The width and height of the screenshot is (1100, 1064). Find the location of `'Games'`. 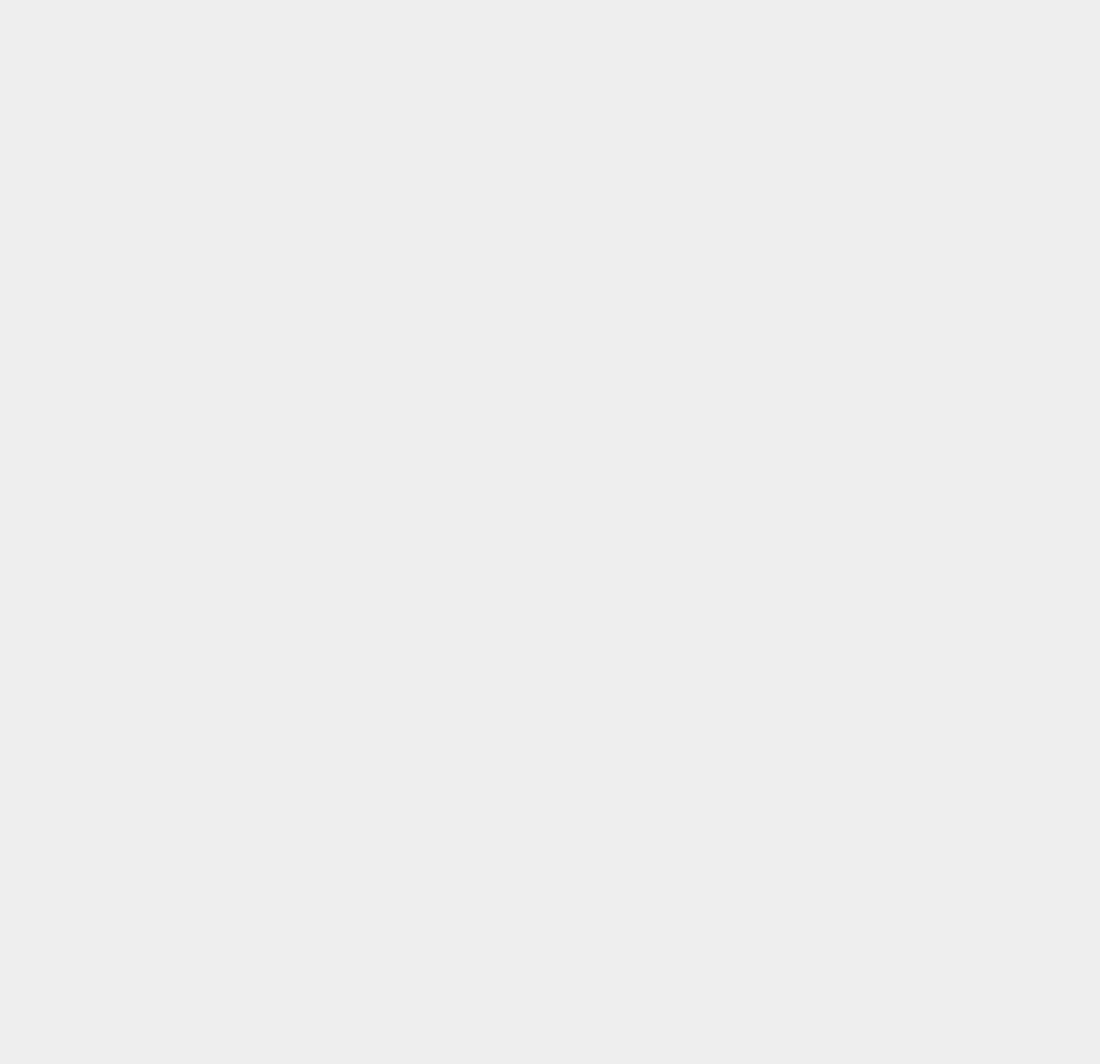

'Games' is located at coordinates (800, 987).